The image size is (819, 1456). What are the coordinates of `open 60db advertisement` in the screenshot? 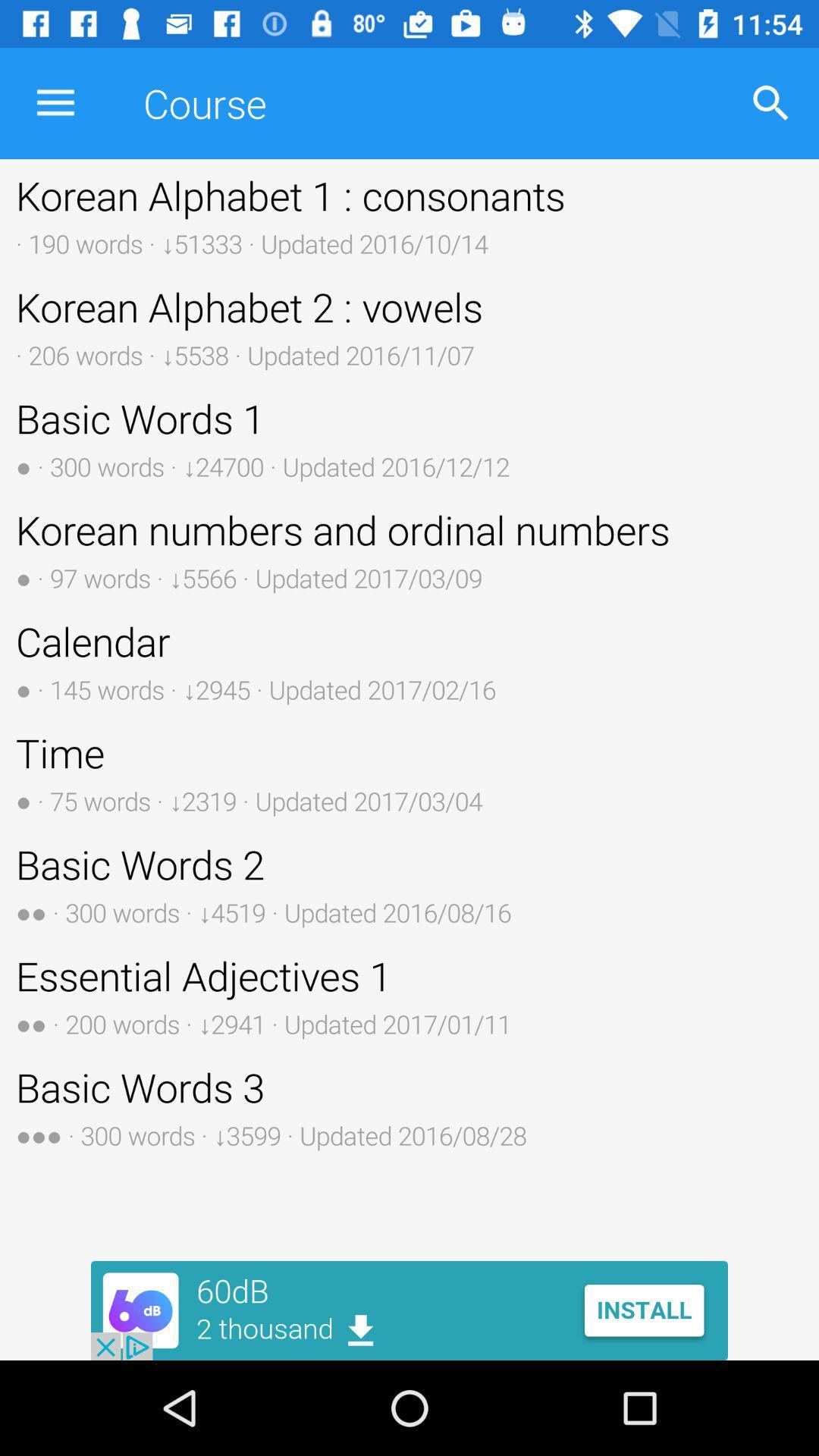 It's located at (409, 1310).